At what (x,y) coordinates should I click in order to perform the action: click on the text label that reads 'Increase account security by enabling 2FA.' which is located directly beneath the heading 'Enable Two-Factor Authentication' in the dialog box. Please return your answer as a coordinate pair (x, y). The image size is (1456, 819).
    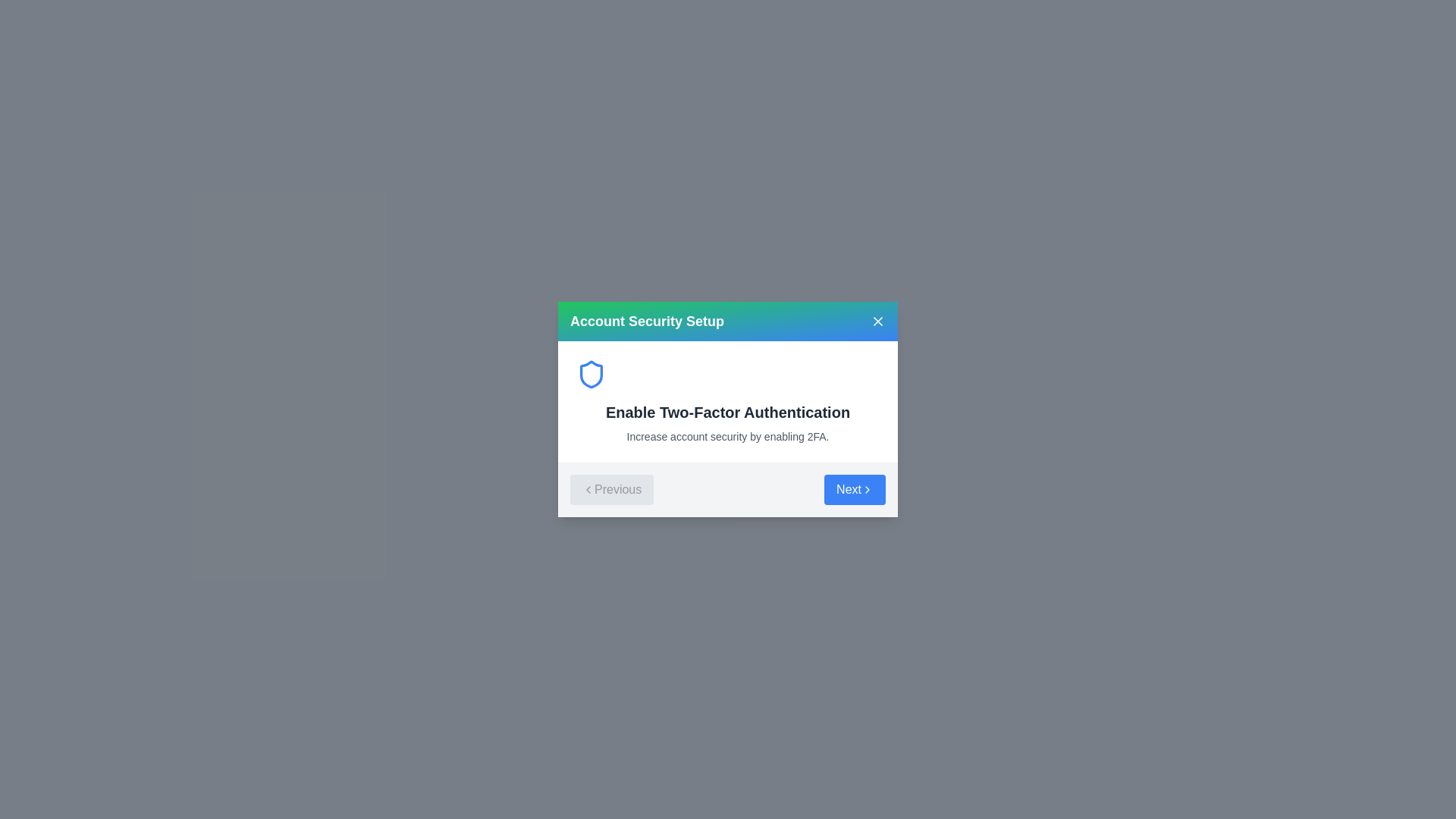
    Looking at the image, I should click on (728, 436).